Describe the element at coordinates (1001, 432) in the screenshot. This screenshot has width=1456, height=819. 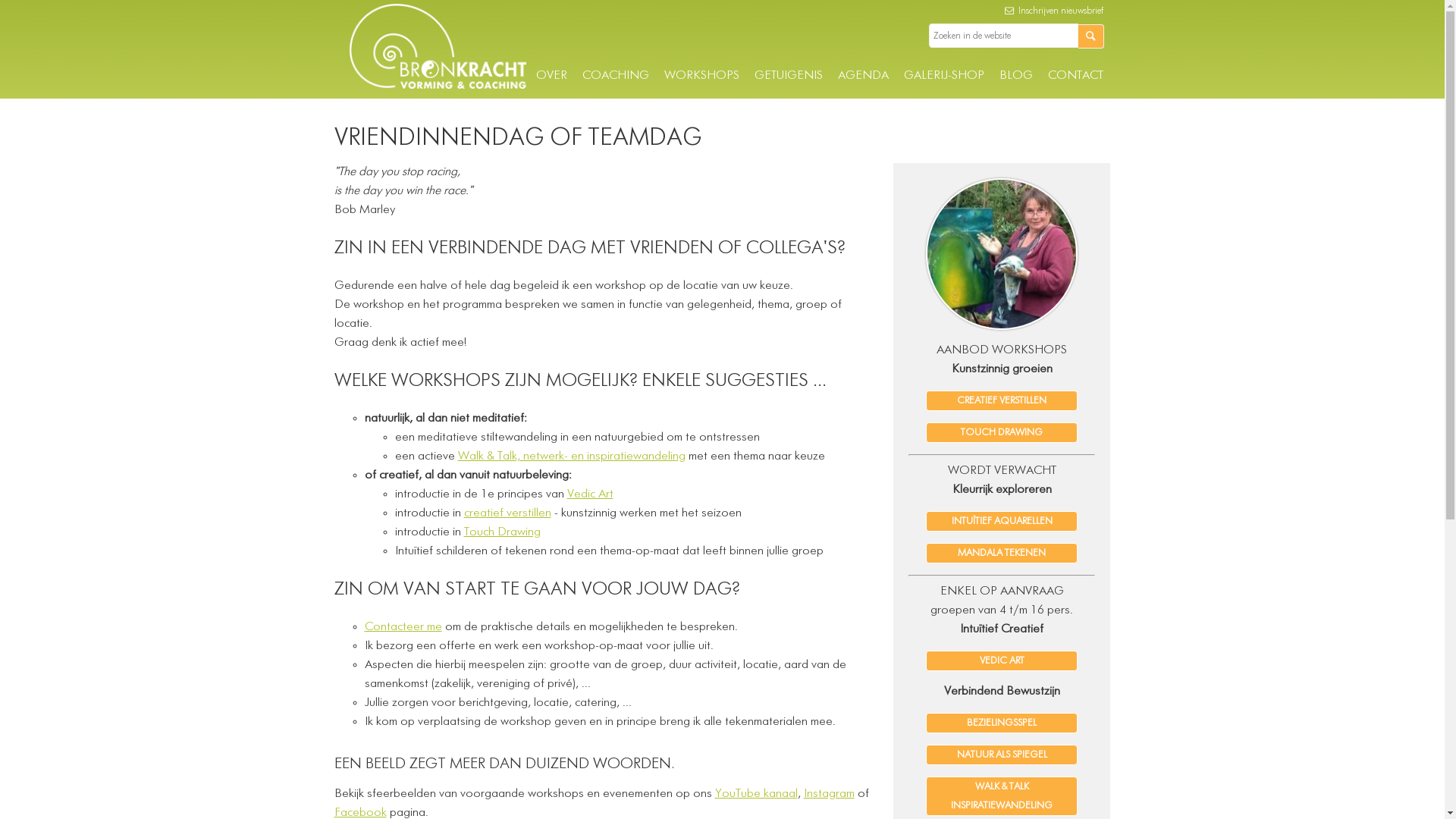
I see `'TOUCH DRAWING'` at that location.